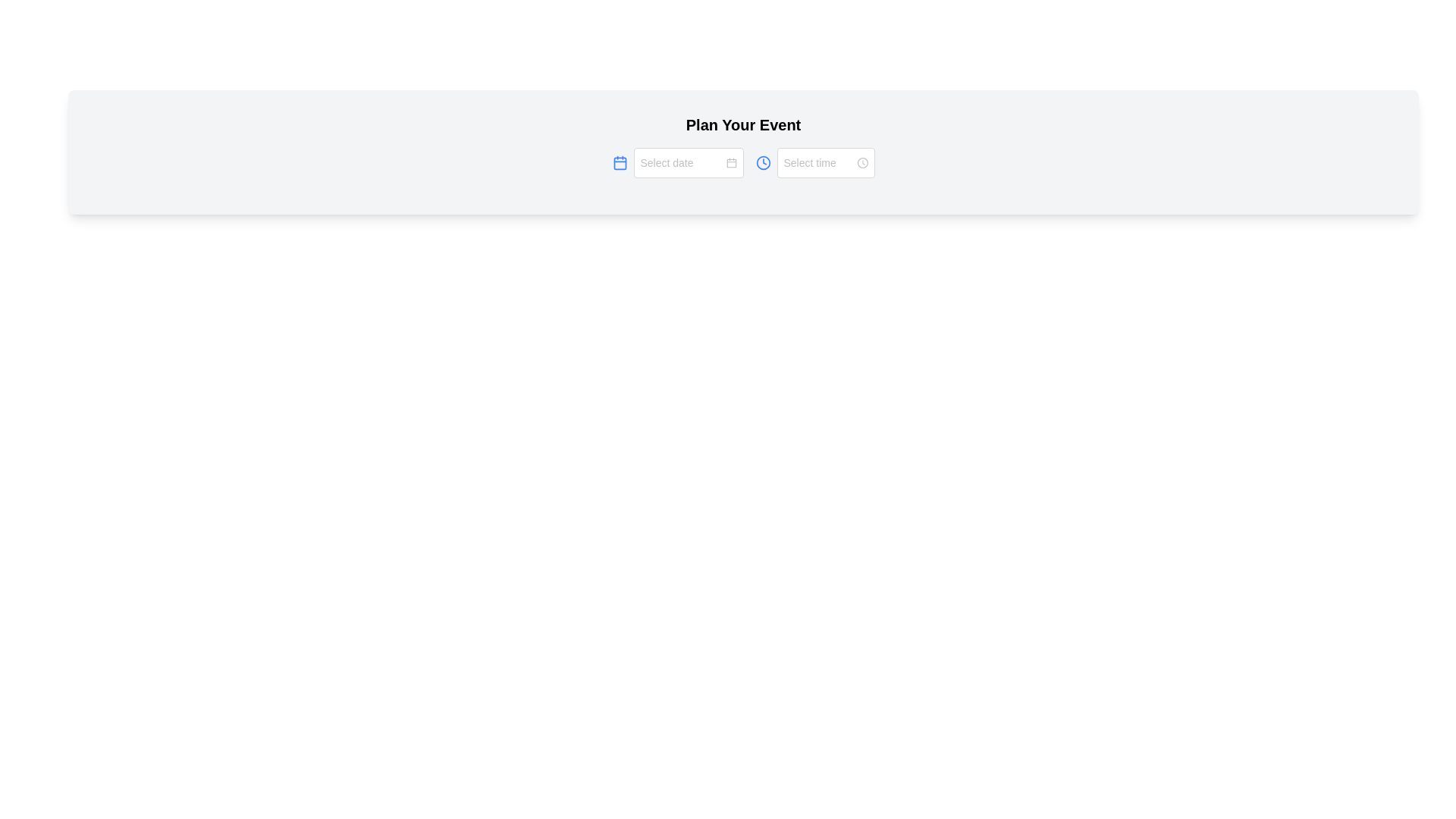  What do you see at coordinates (862, 163) in the screenshot?
I see `the circular clock-shaped icon next to the 'Select time' input box to interact with the time picker` at bounding box center [862, 163].